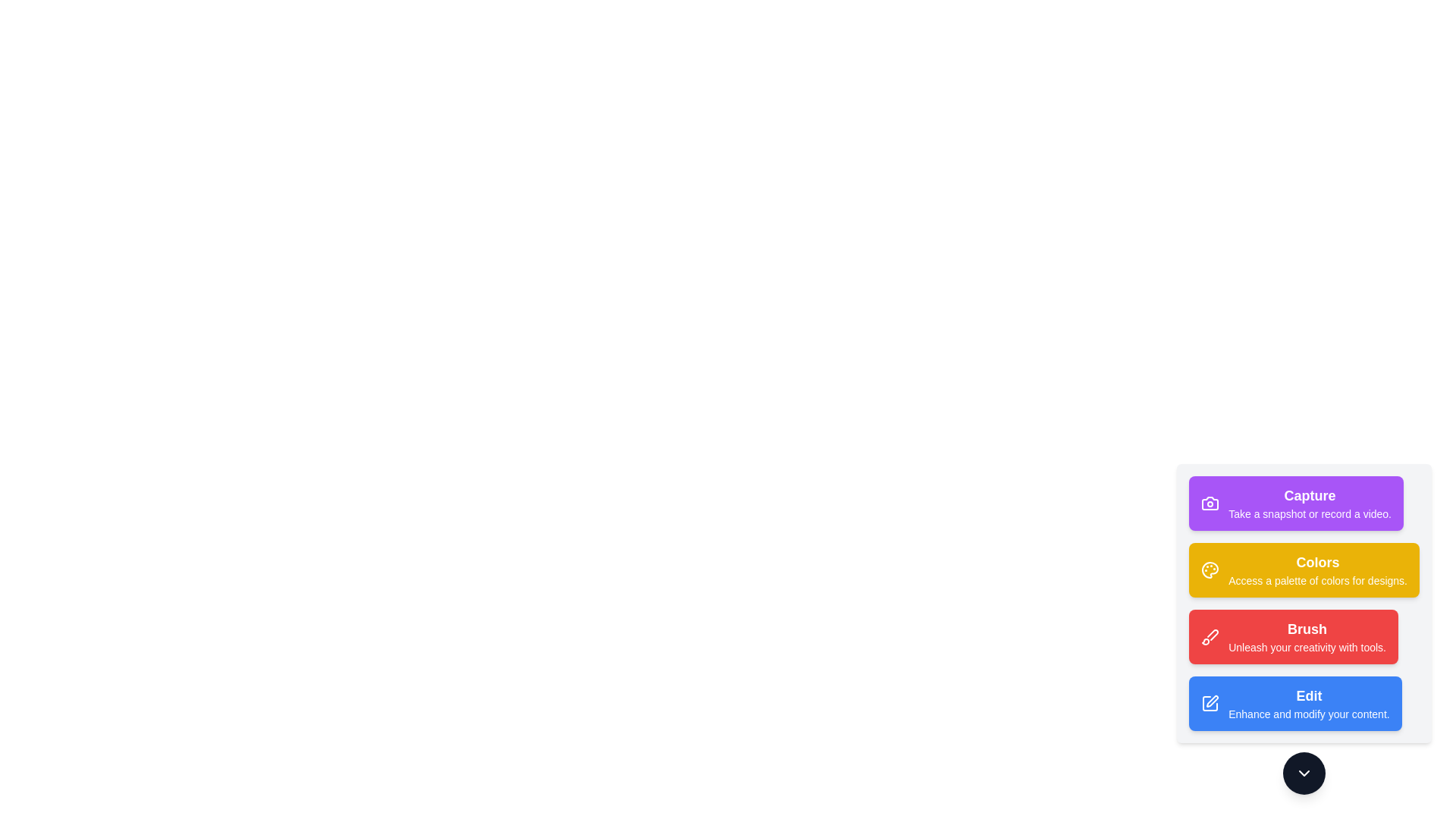 The height and width of the screenshot is (819, 1456). Describe the element at coordinates (1294, 503) in the screenshot. I see `the 'Capture' tool to read its description` at that location.